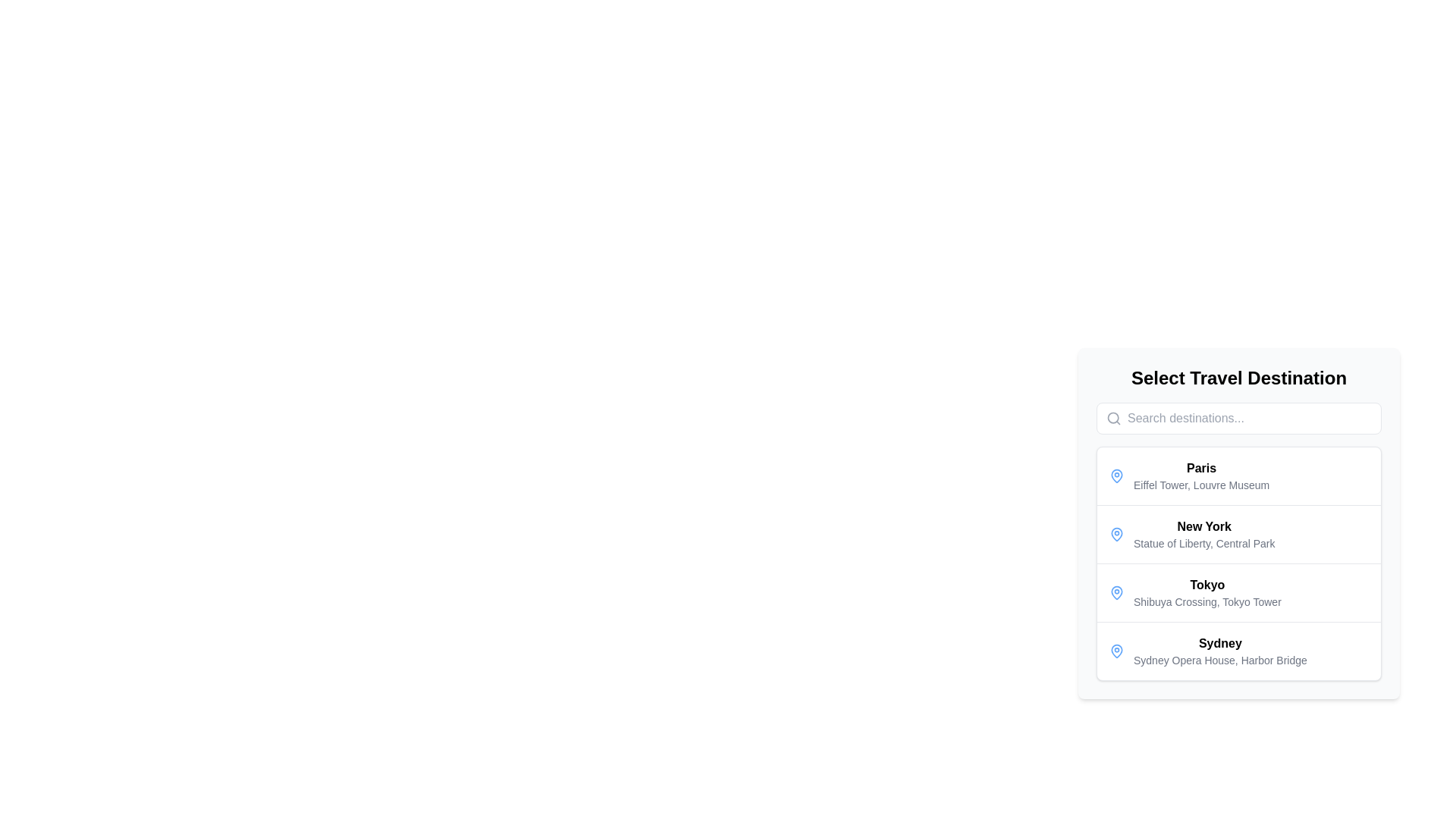 The height and width of the screenshot is (819, 1456). Describe the element at coordinates (1238, 522) in the screenshot. I see `the highlighted travel destination 'New York' from the dropdown menu` at that location.